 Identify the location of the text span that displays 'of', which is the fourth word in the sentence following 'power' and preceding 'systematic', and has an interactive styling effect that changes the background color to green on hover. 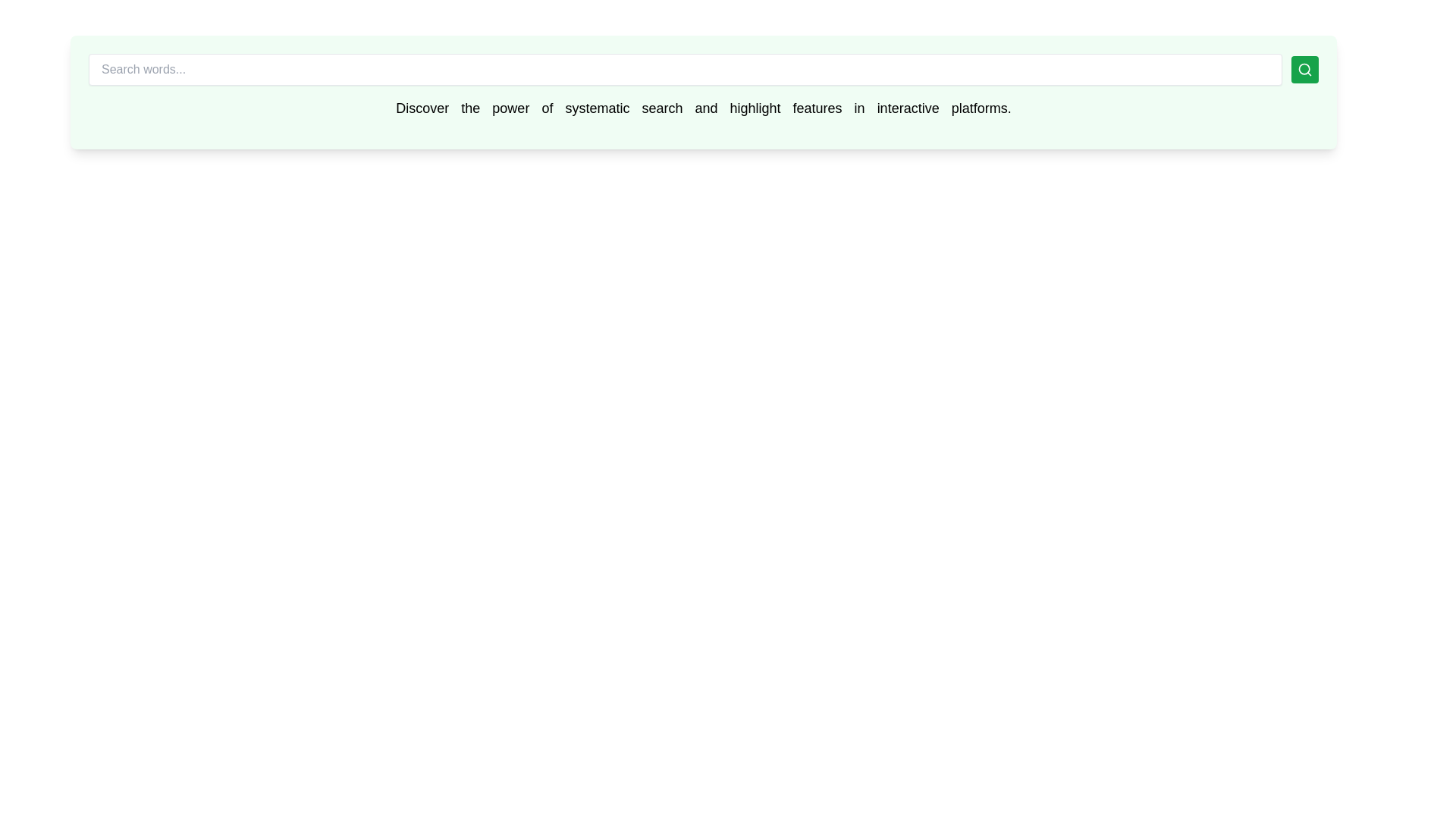
(546, 107).